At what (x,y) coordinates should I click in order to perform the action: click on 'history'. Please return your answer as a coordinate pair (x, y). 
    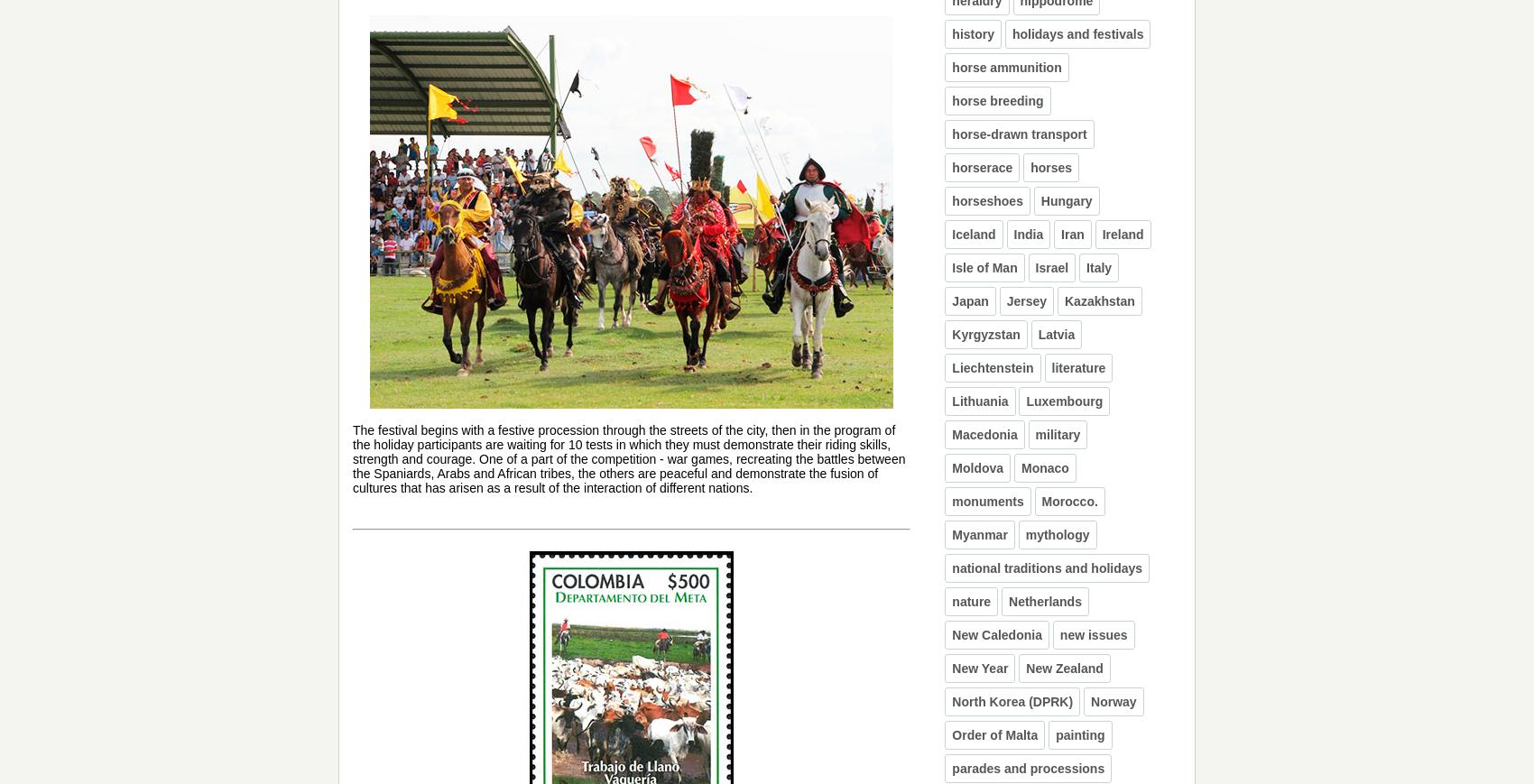
    Looking at the image, I should click on (973, 32).